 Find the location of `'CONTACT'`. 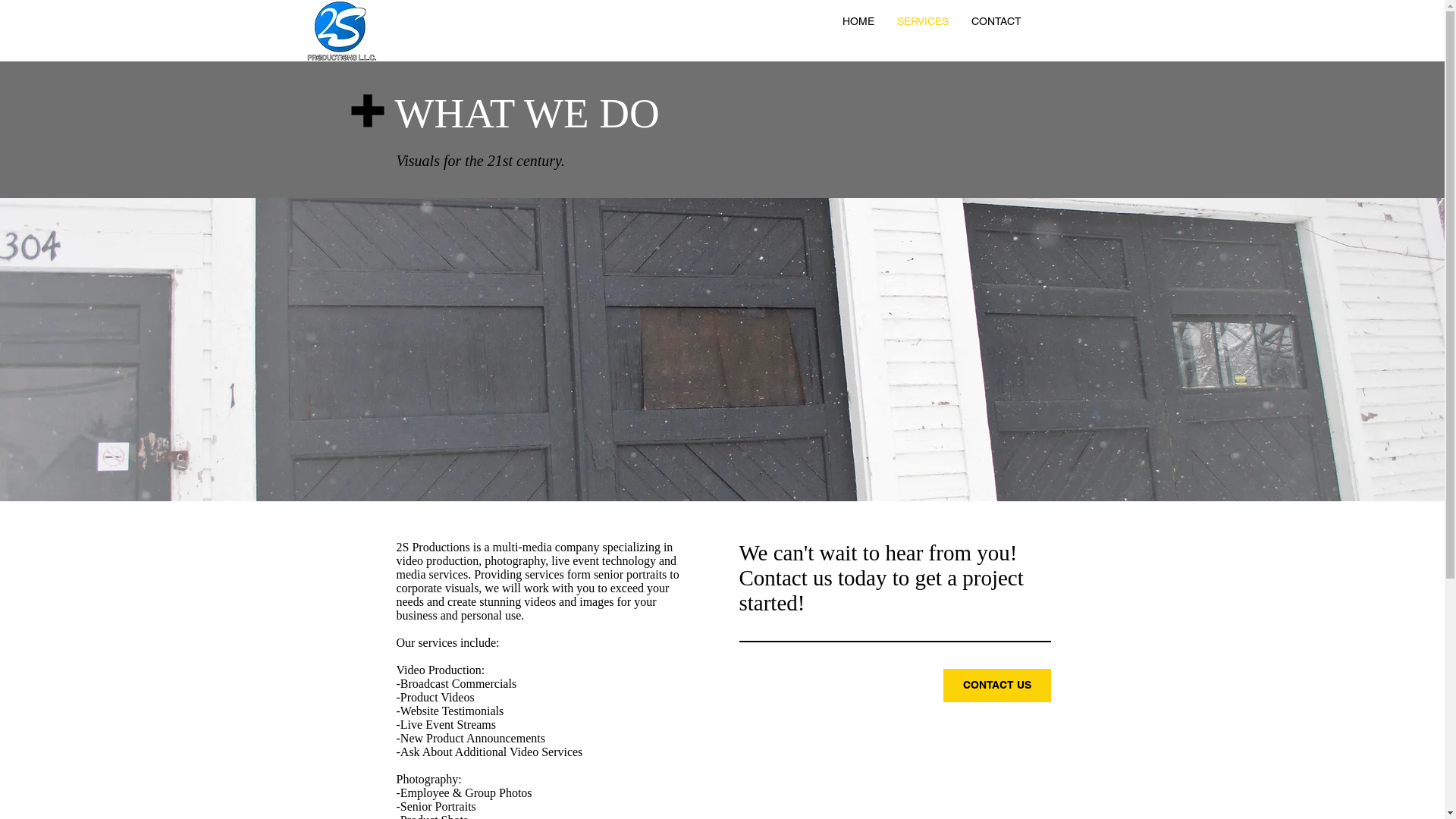

'CONTACT' is located at coordinates (996, 20).